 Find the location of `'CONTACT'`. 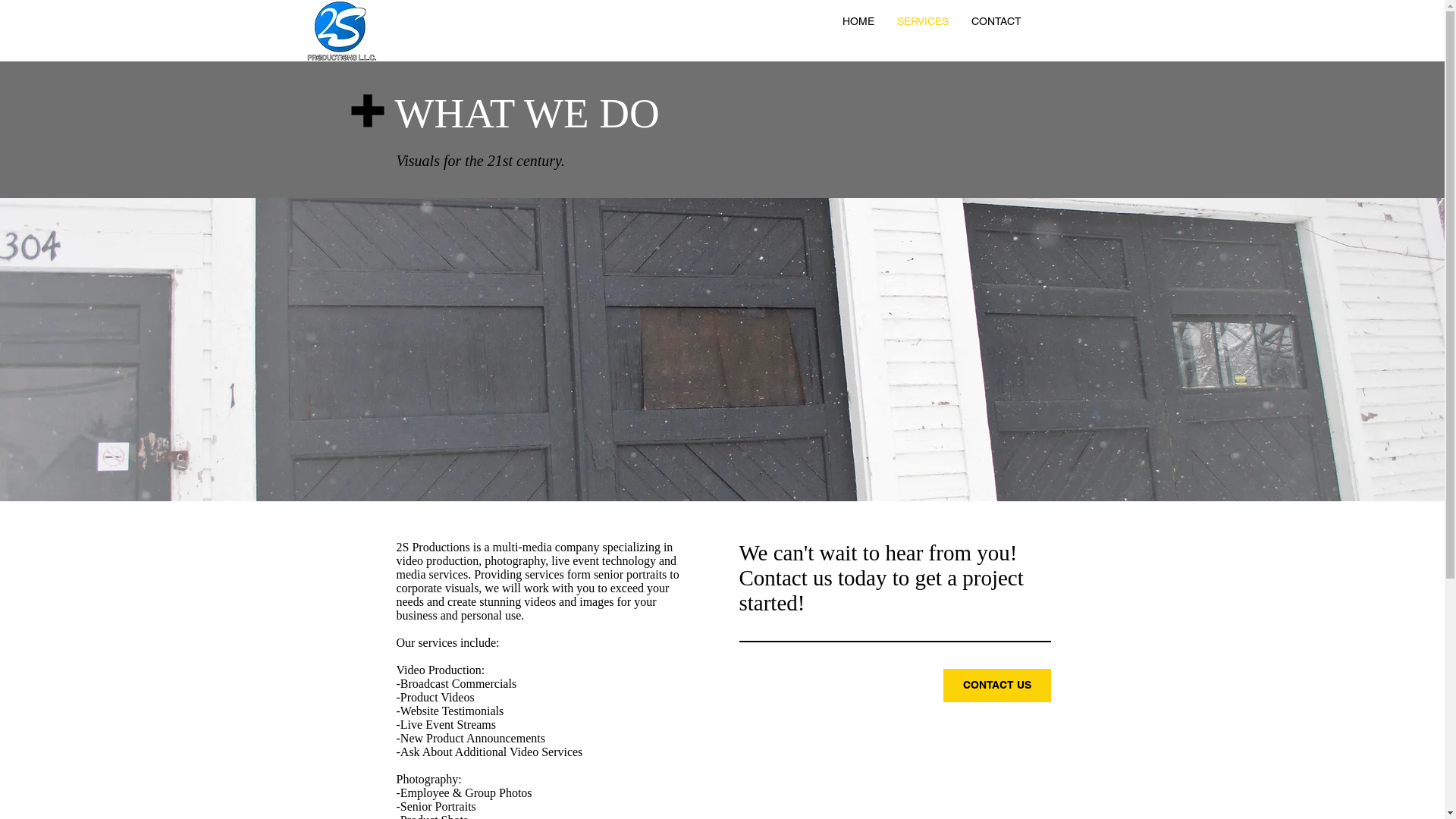

'CONTACT' is located at coordinates (996, 20).